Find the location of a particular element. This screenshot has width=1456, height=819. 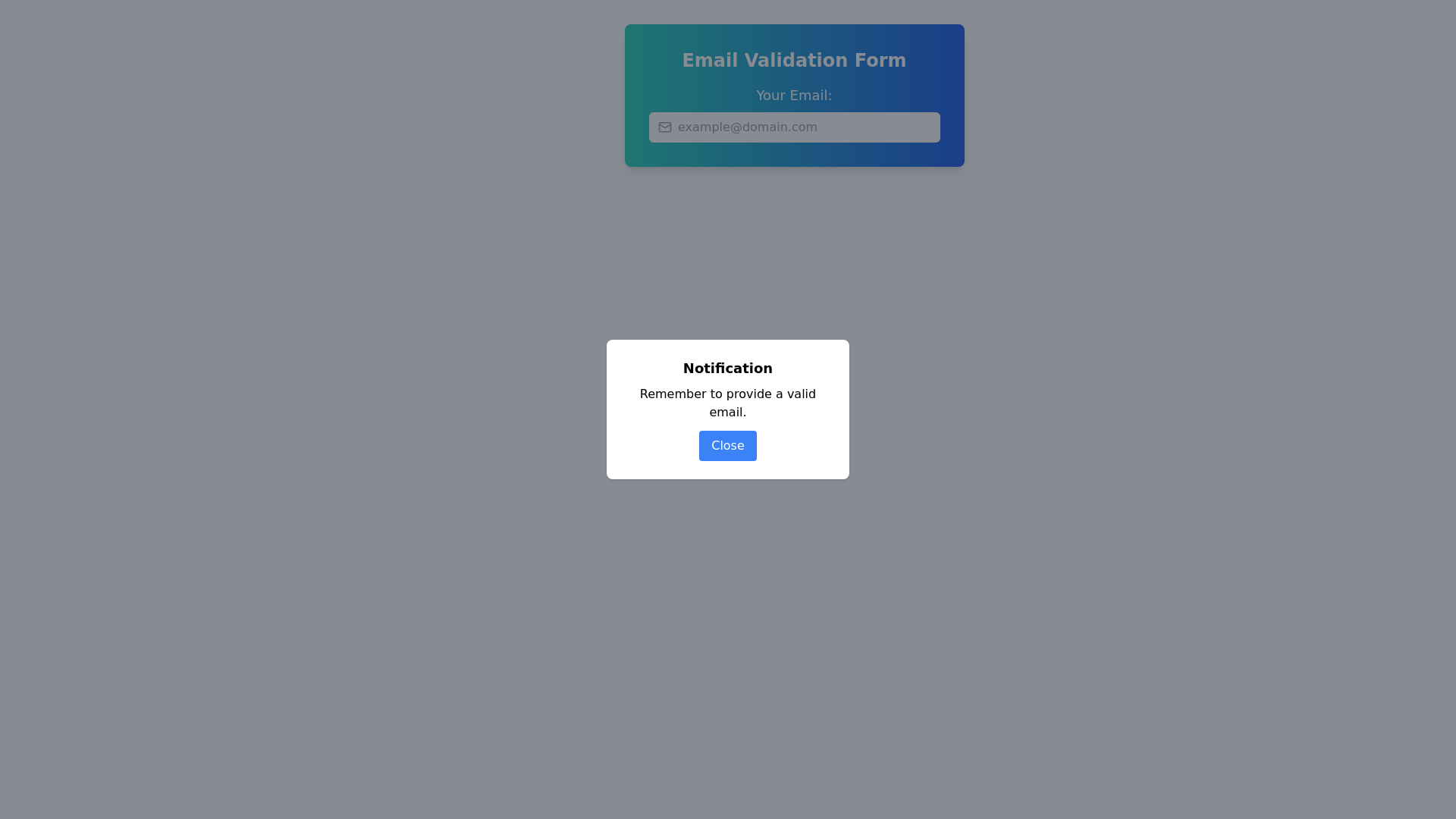

the envelope icon representing the email input field, located to the left of the text input box is located at coordinates (664, 127).